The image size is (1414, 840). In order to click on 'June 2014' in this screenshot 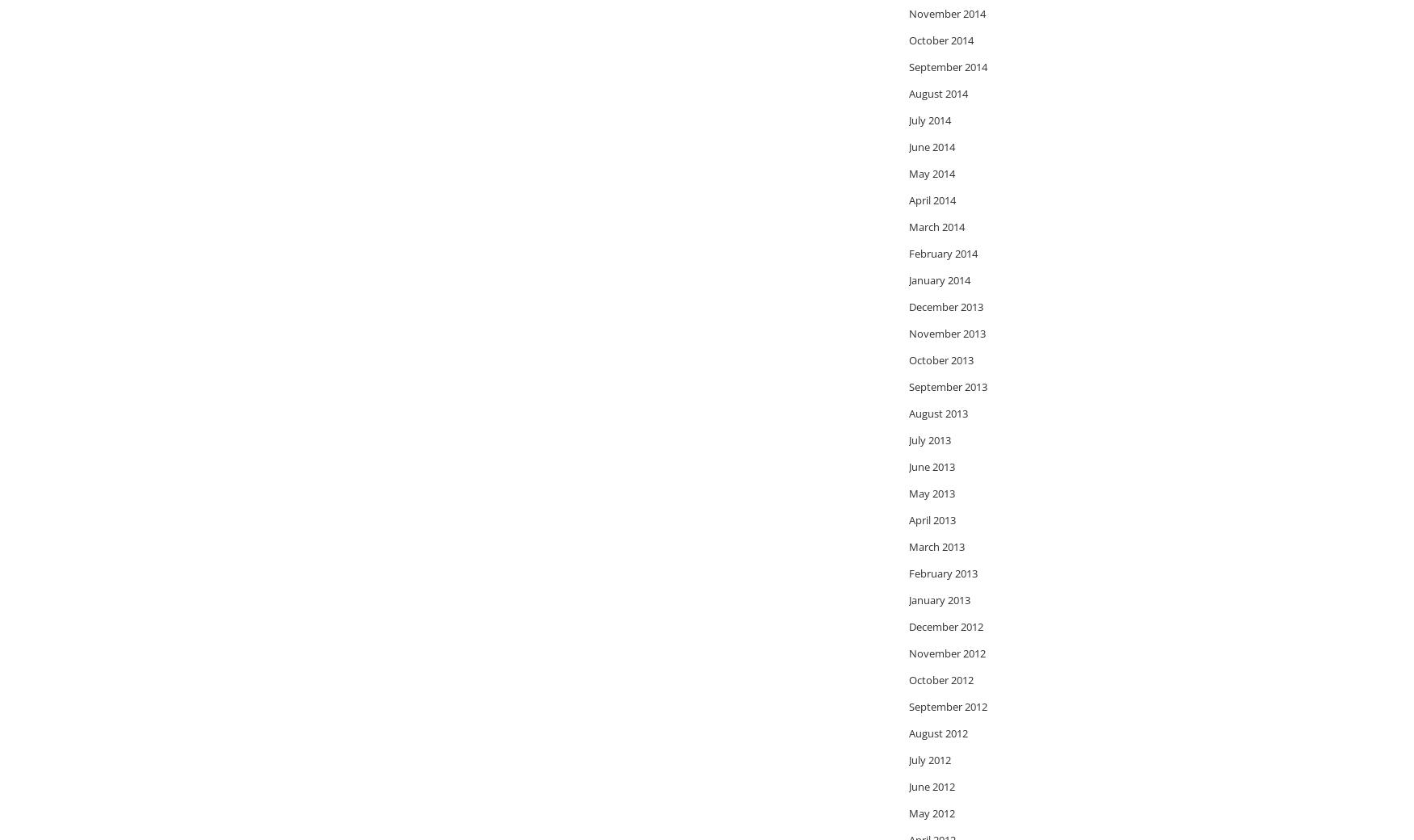, I will do `click(909, 145)`.